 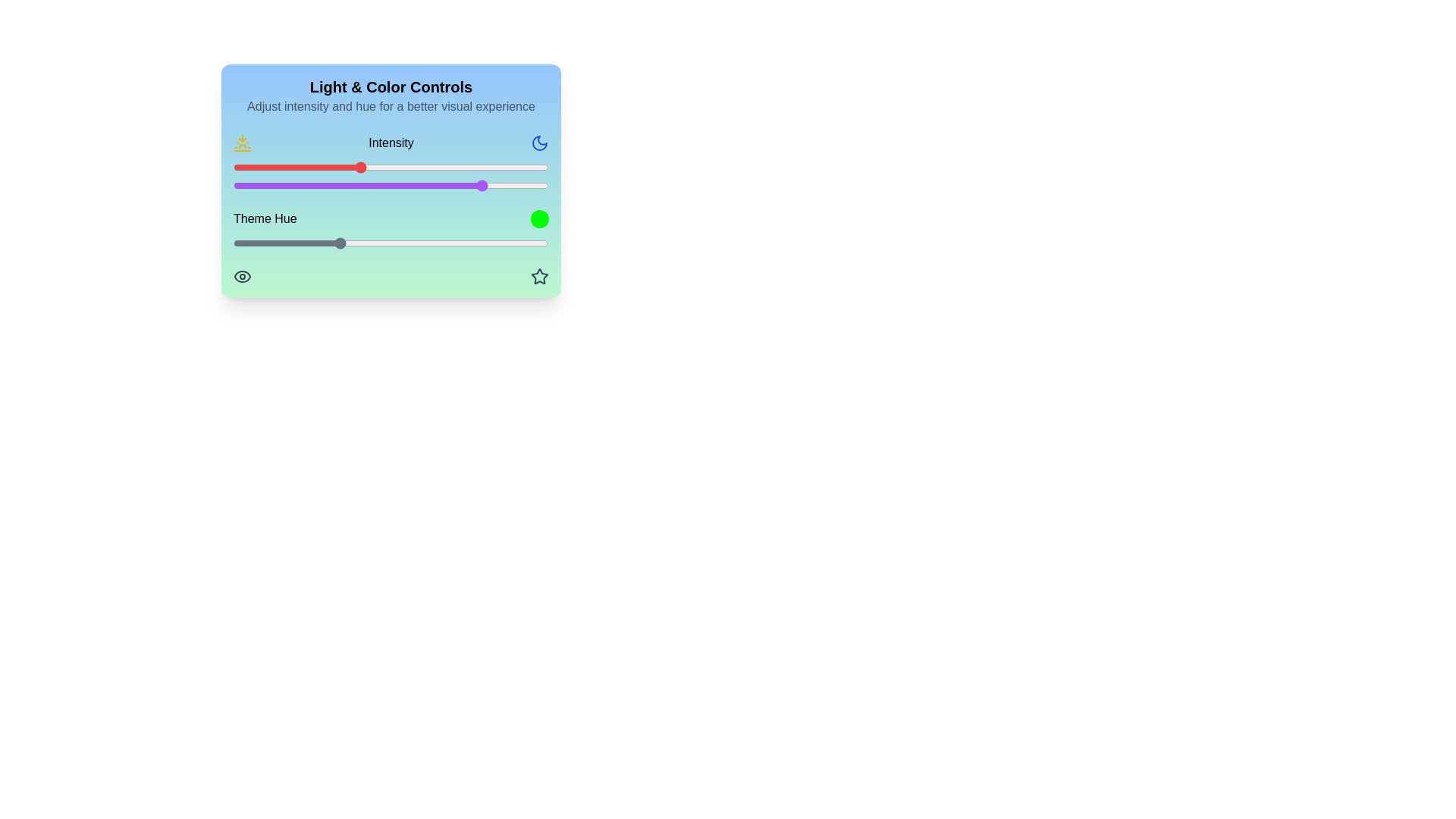 I want to click on the slider value, so click(x=453, y=242).